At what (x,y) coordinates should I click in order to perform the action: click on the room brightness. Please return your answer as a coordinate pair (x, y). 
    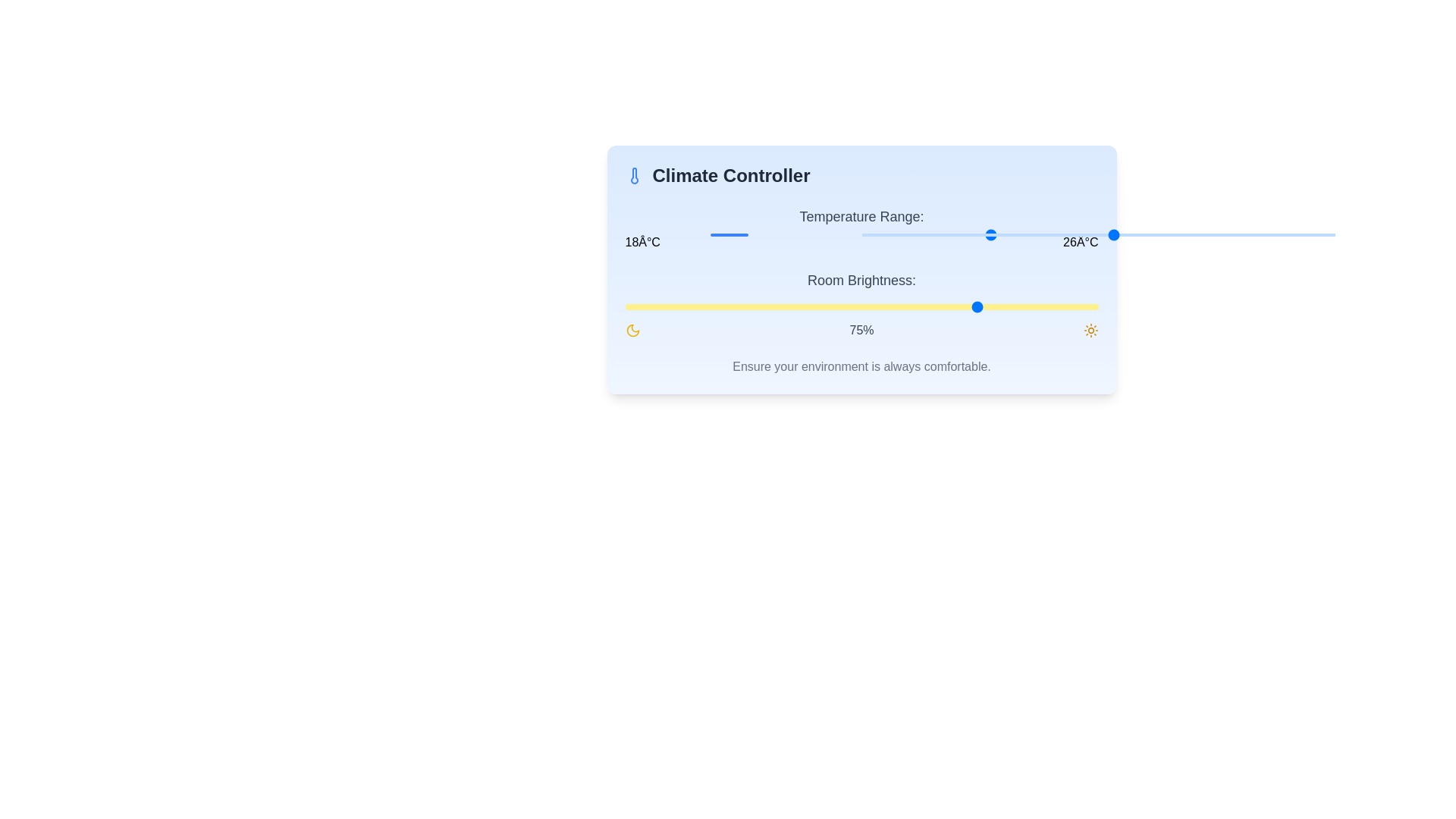
    Looking at the image, I should click on (1022, 307).